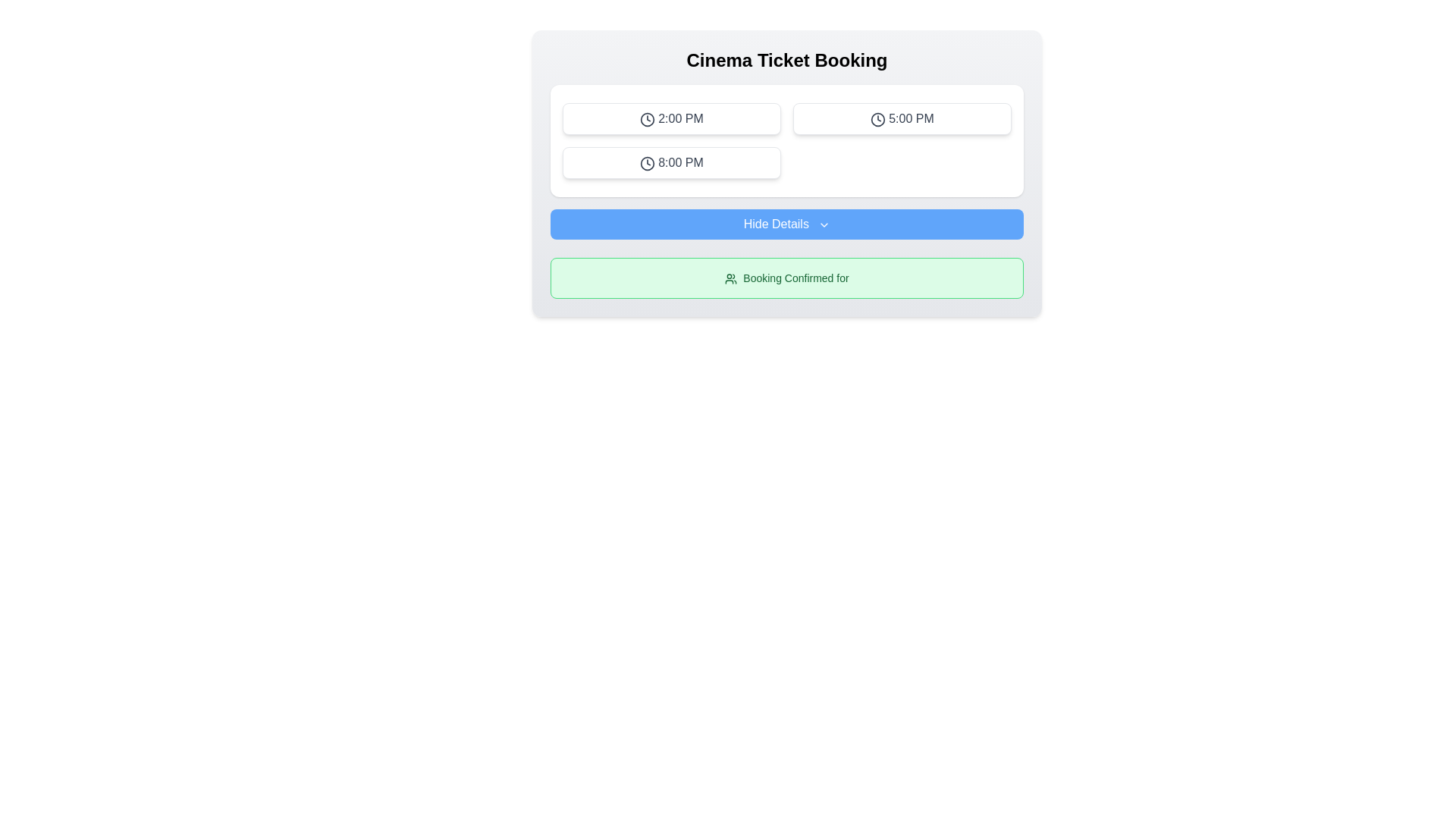 Image resolution: width=1456 pixels, height=819 pixels. What do you see at coordinates (648, 163) in the screenshot?
I see `the circular graphical element of the clock icon that represents the '8:00 PM' schedule option` at bounding box center [648, 163].